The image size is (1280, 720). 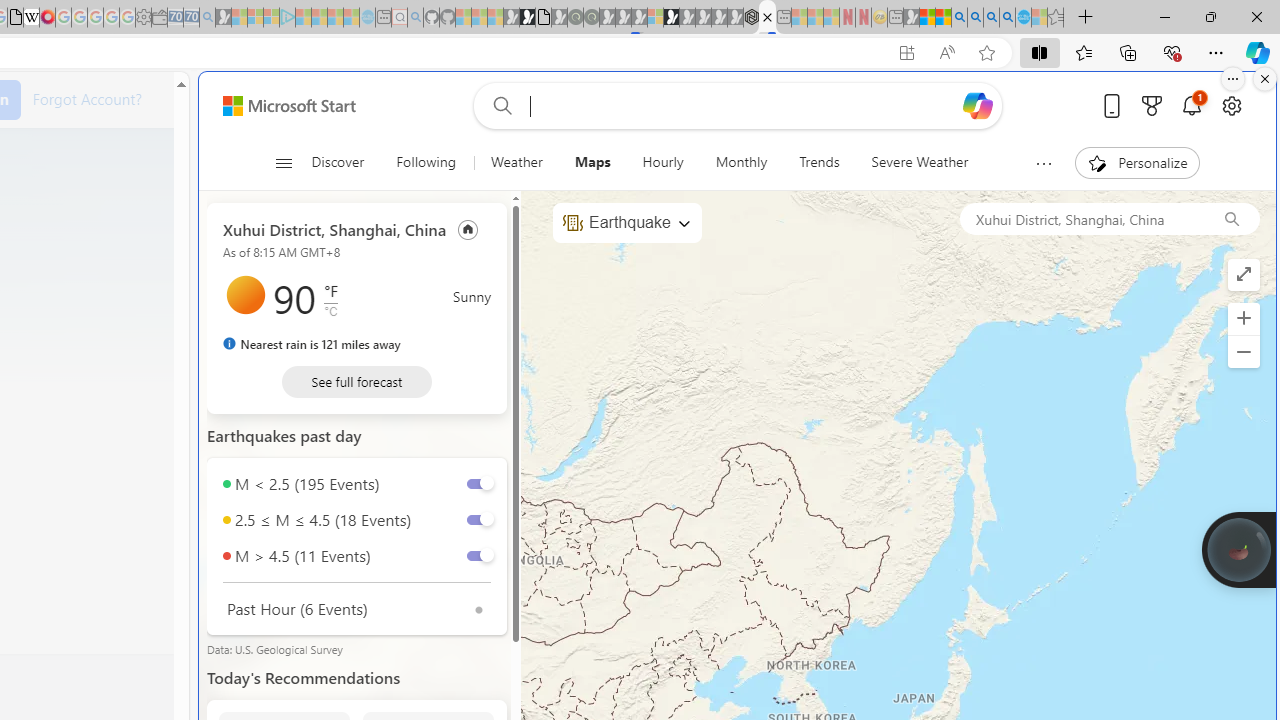 I want to click on 'Hourly', so click(x=663, y=162).